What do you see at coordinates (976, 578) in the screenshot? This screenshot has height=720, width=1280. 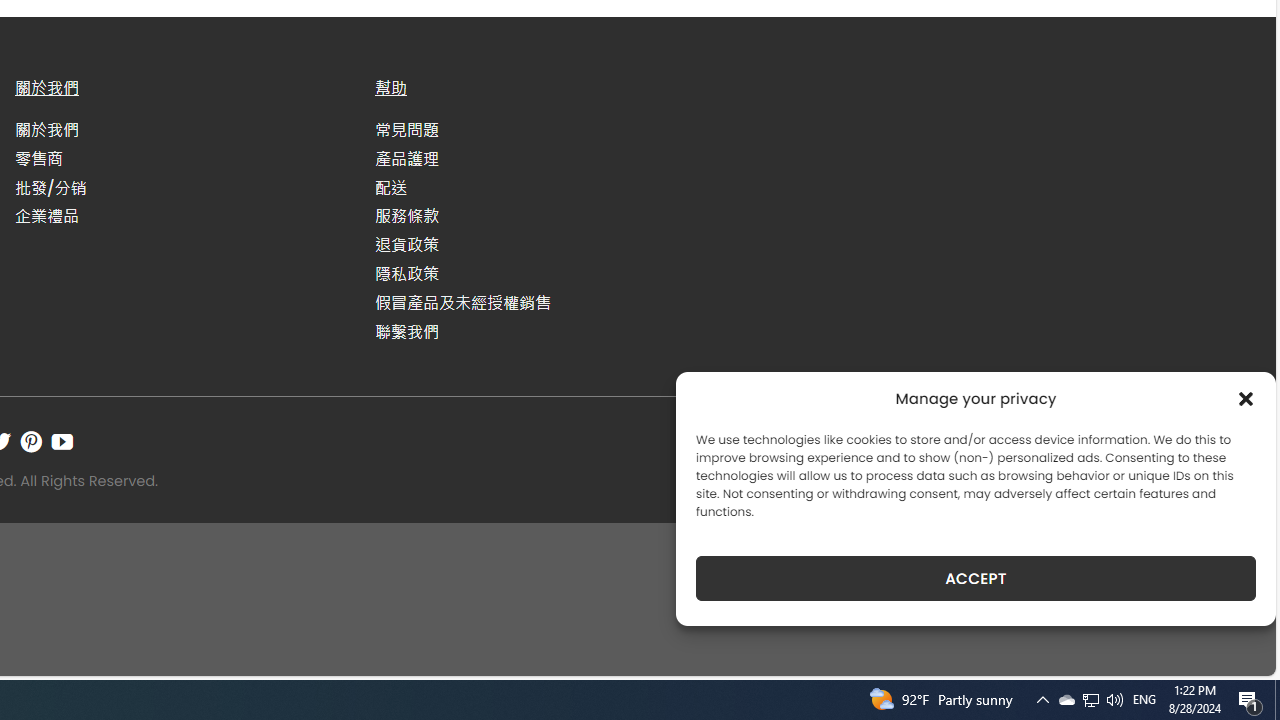 I see `'ACCEPT'` at bounding box center [976, 578].